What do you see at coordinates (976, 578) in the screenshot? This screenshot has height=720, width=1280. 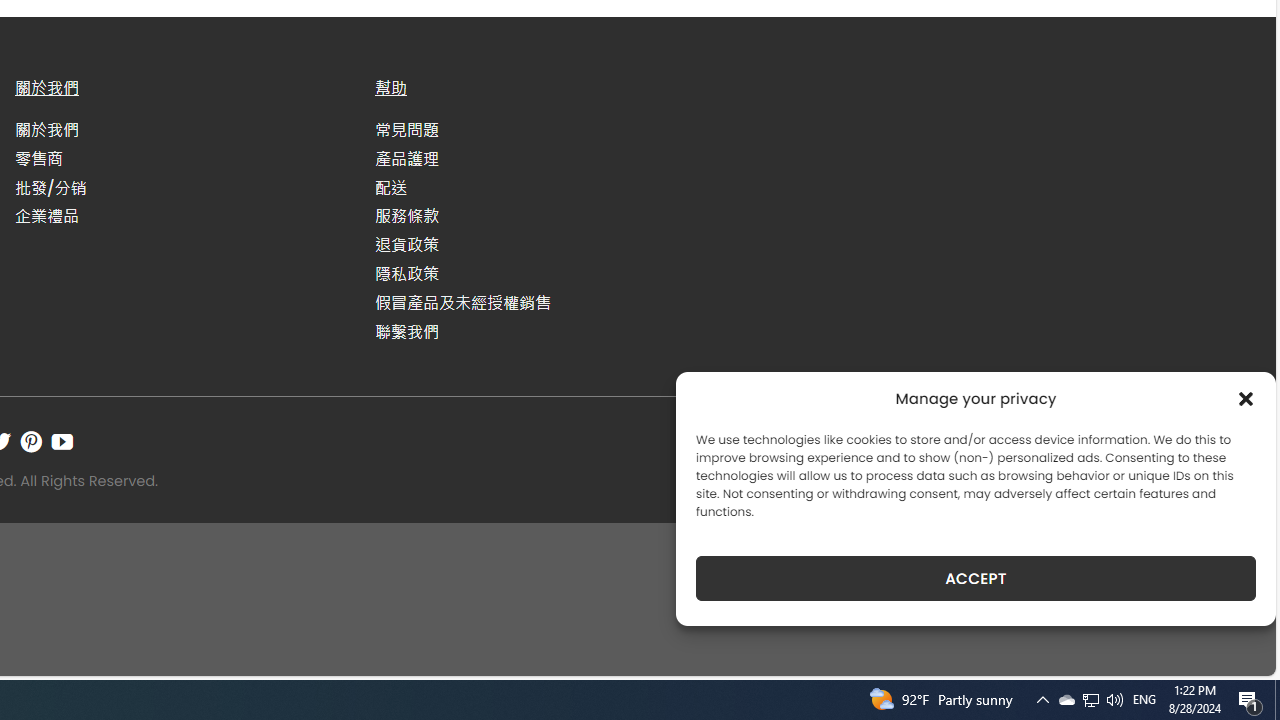 I see `'ACCEPT'` at bounding box center [976, 578].